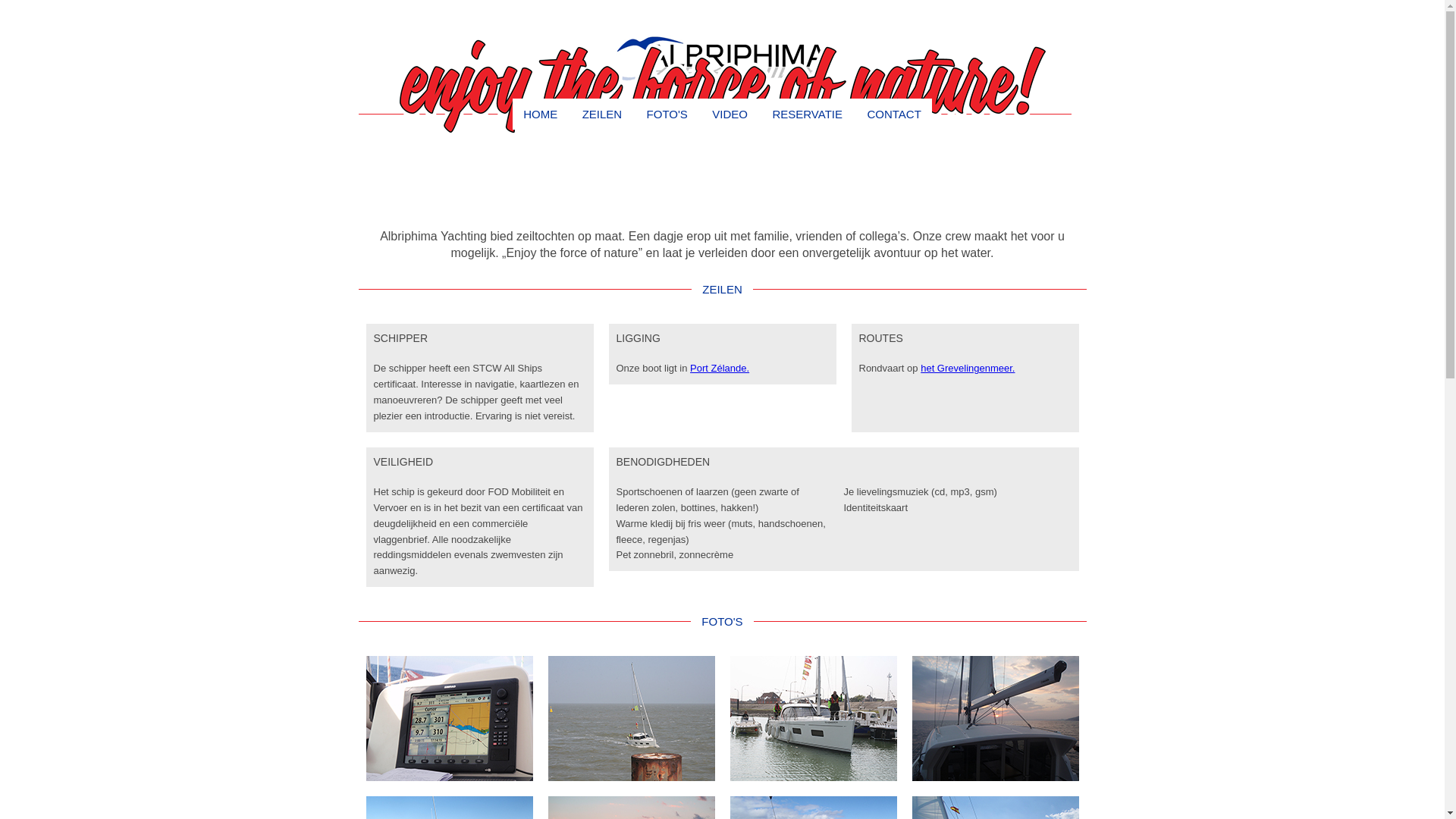 This screenshot has height=819, width=1456. I want to click on 'RESERVATIE', so click(806, 113).